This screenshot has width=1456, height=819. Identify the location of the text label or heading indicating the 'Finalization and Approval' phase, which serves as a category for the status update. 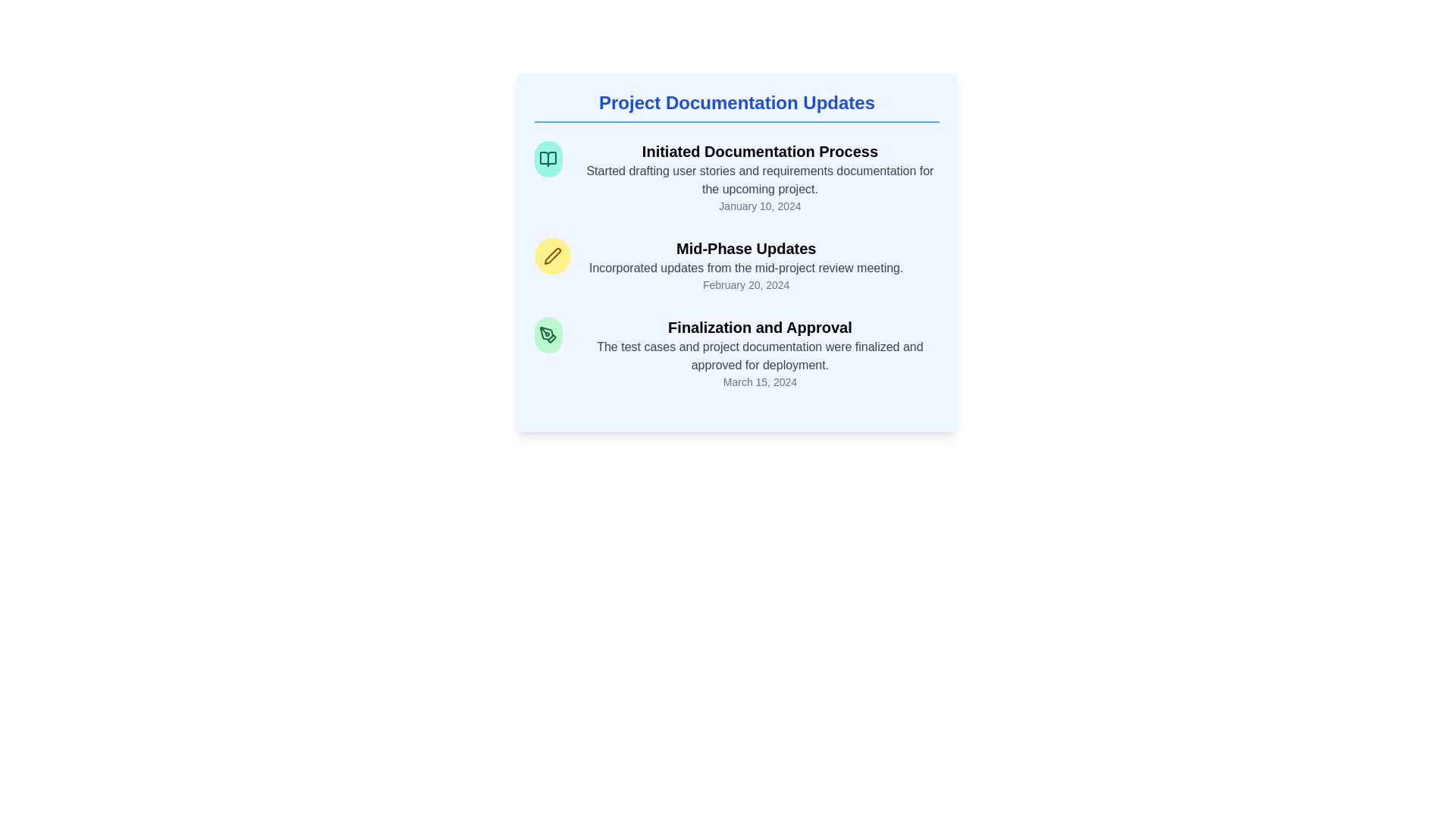
(760, 327).